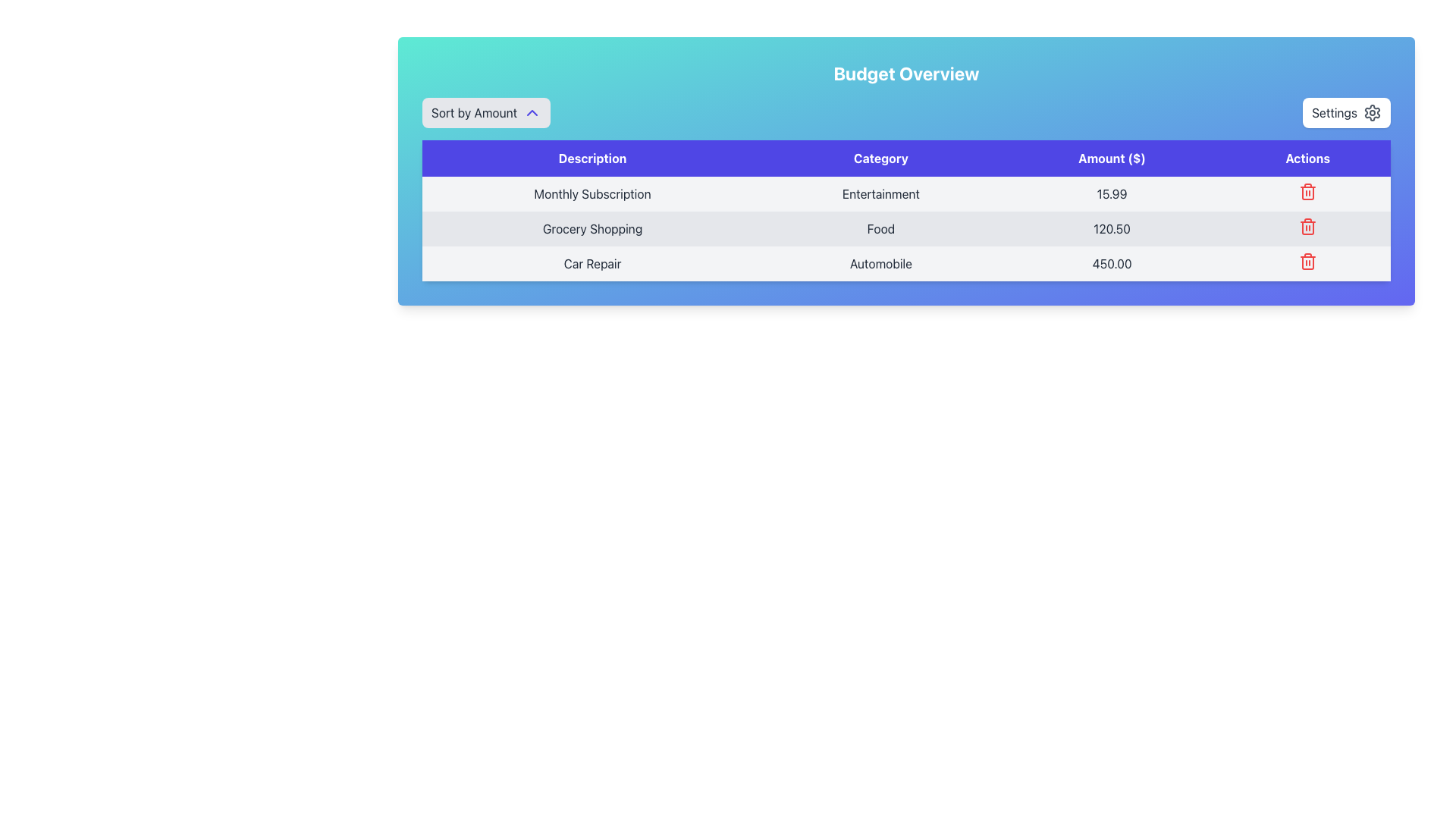 The image size is (1456, 819). What do you see at coordinates (880, 228) in the screenshot?
I see `the centered black bold text label 'Food' in the second cell under the 'Category' column of the 'Budget Overview' table, which has a light gray background and is located between 'Grocery Shopping' and '120.50'` at bounding box center [880, 228].